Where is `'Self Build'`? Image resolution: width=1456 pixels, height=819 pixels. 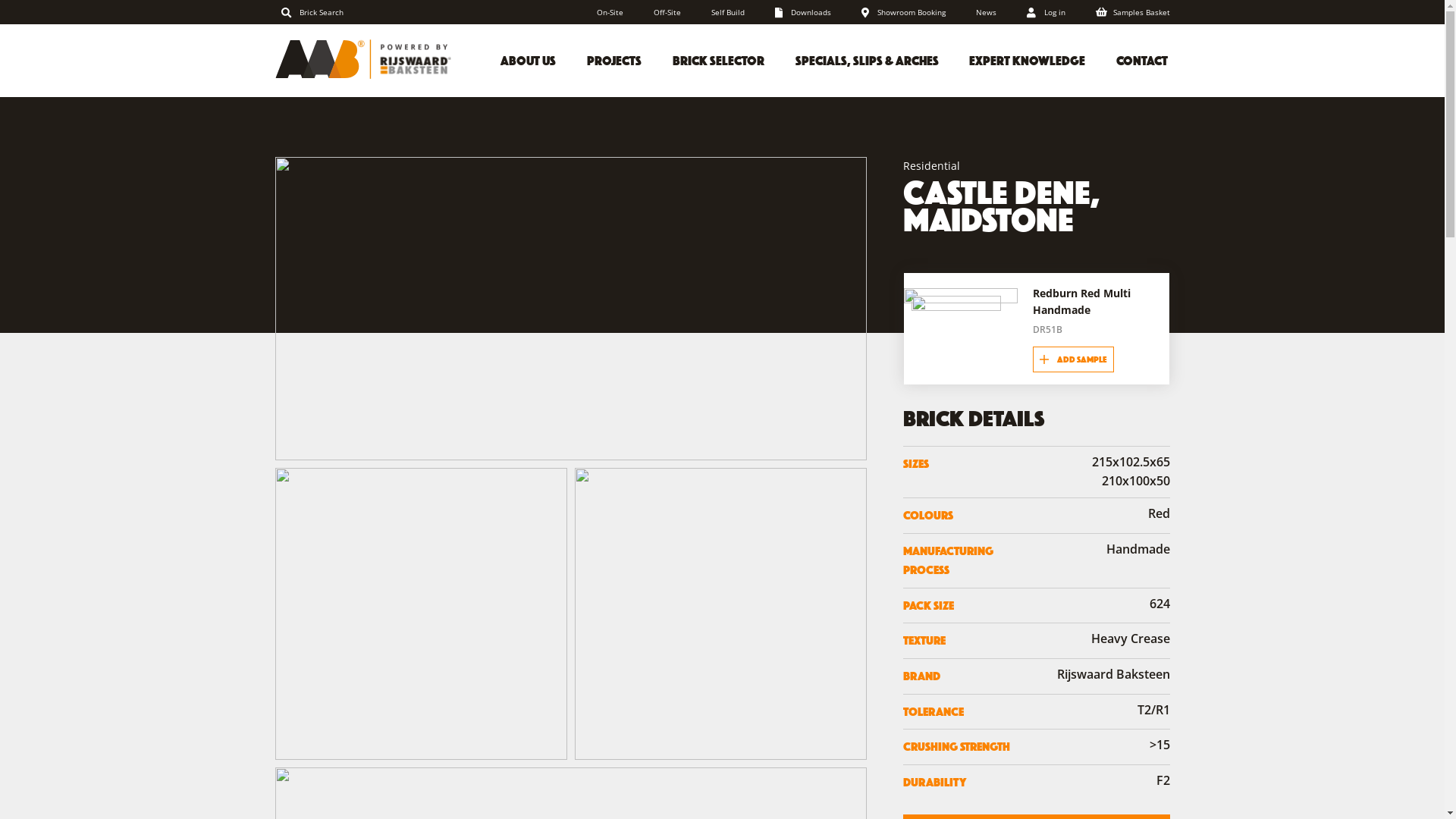 'Self Build' is located at coordinates (728, 11).